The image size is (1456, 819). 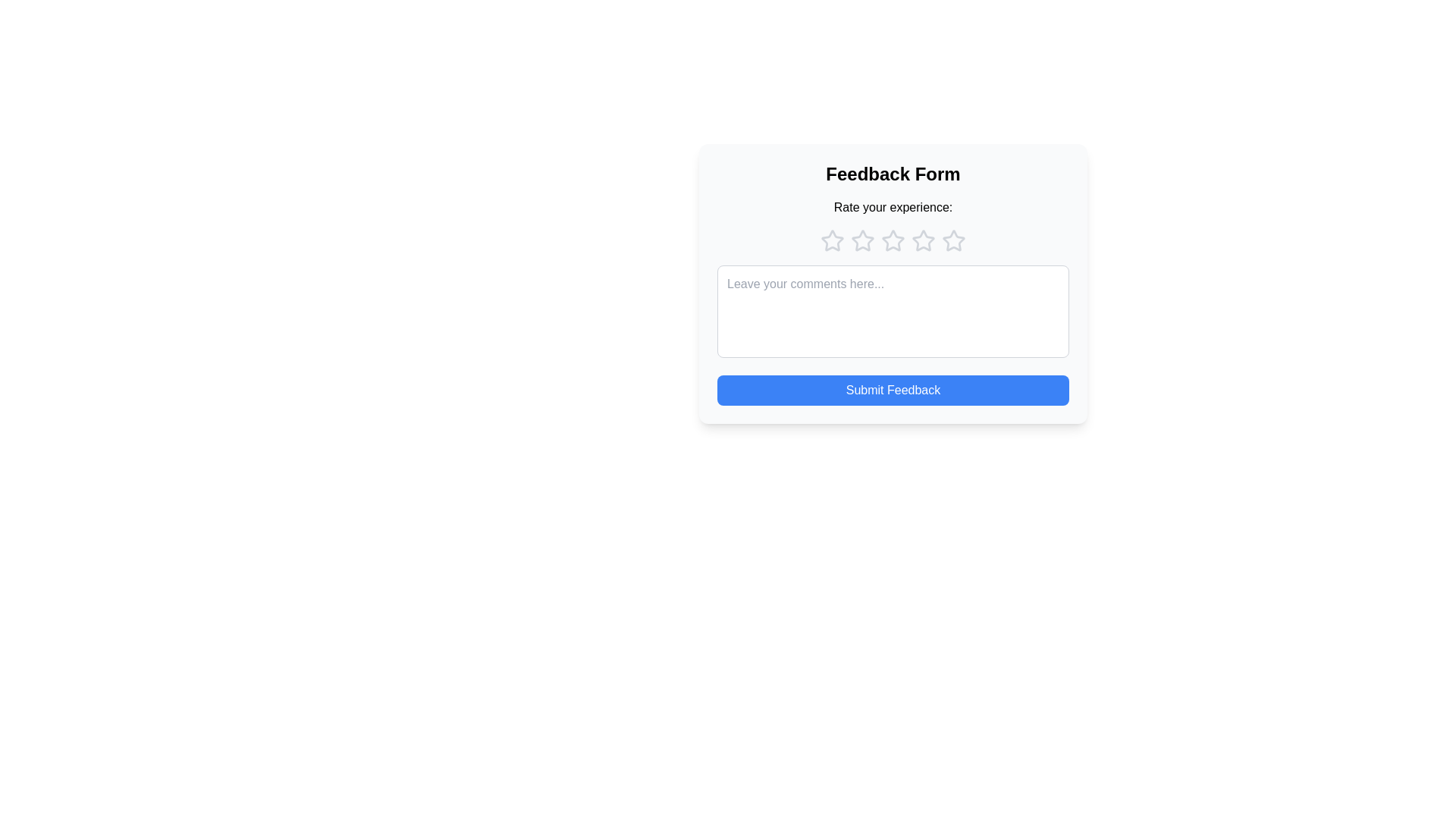 What do you see at coordinates (832, 240) in the screenshot?
I see `the first star icon in the rating system below the 'Rate your experience' label to rate it` at bounding box center [832, 240].